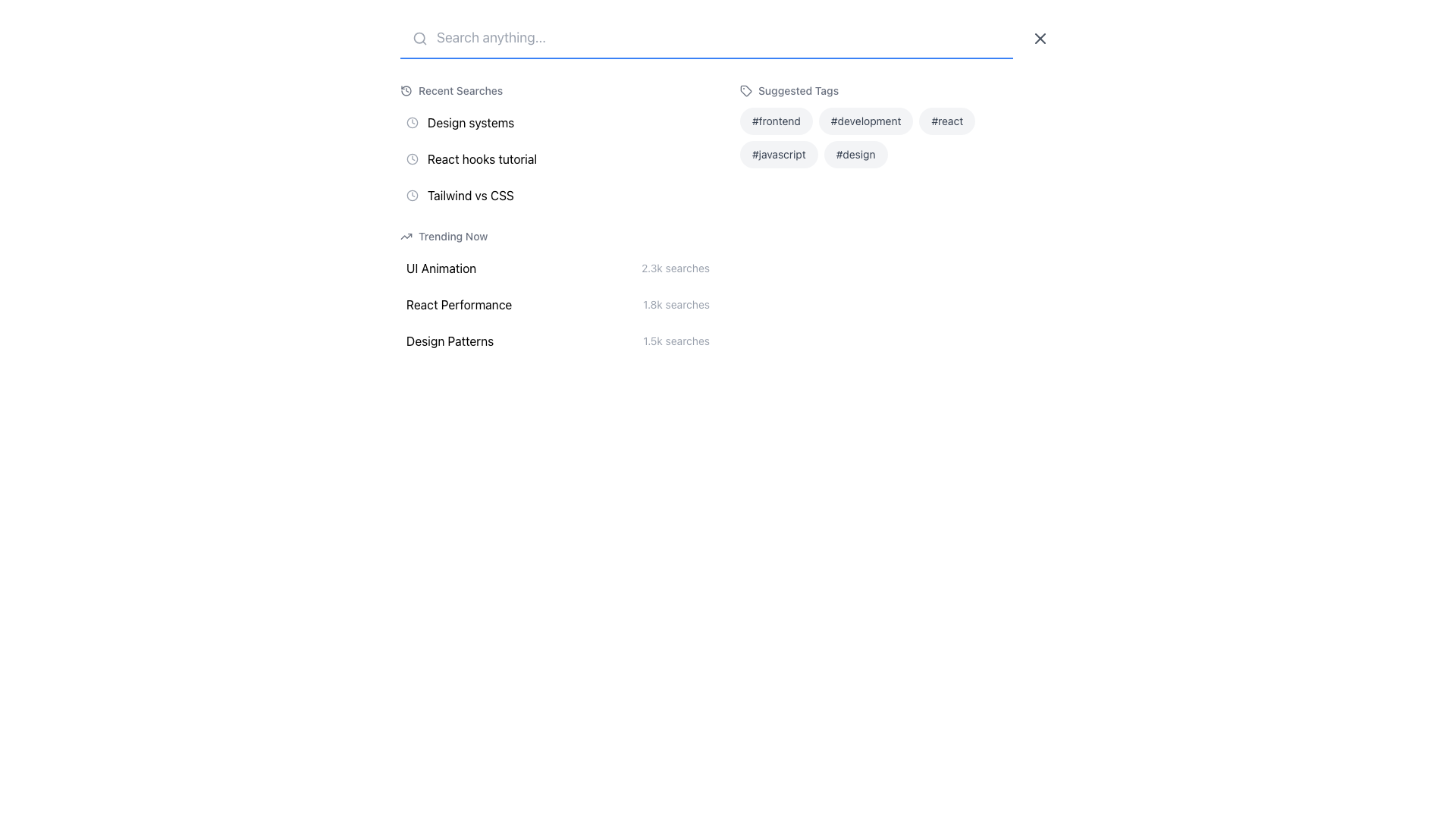  I want to click on the 'Tailwind vs CSS' button in the 'Recent Searches' section for navigation, so click(557, 195).